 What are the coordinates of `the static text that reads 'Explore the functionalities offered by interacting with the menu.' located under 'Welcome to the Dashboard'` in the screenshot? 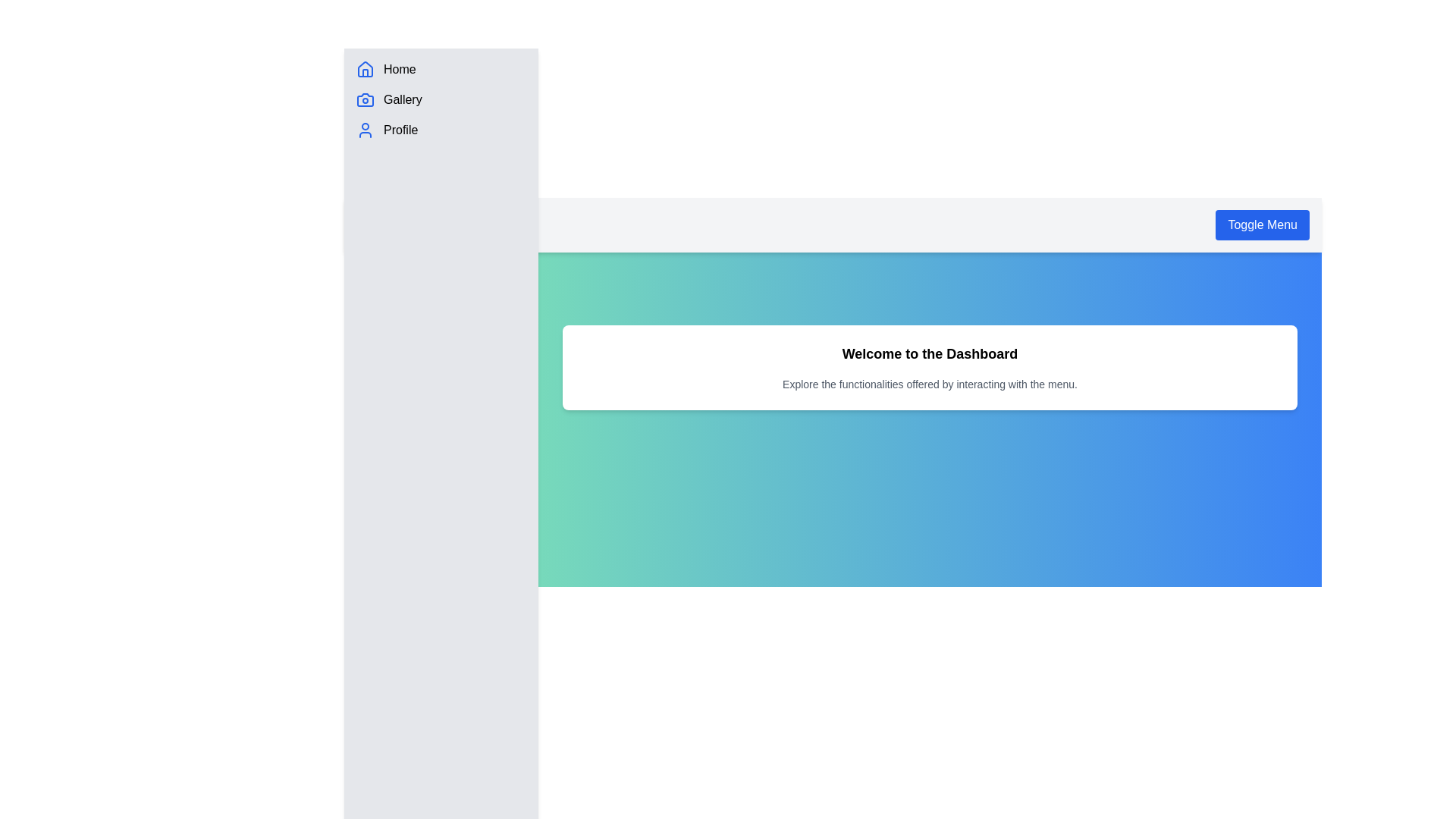 It's located at (929, 383).